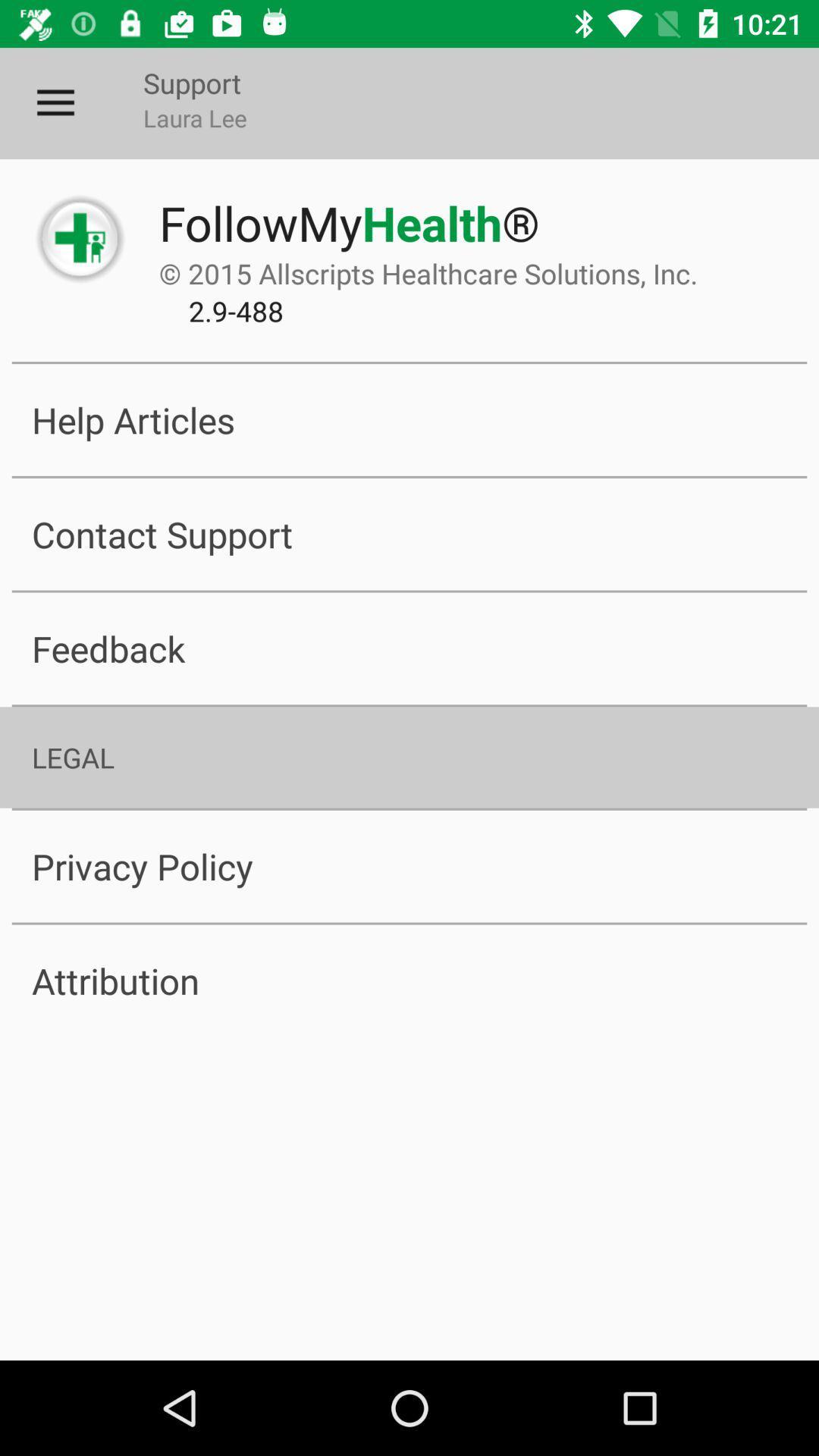  Describe the element at coordinates (409, 866) in the screenshot. I see `the privacy policy item` at that location.